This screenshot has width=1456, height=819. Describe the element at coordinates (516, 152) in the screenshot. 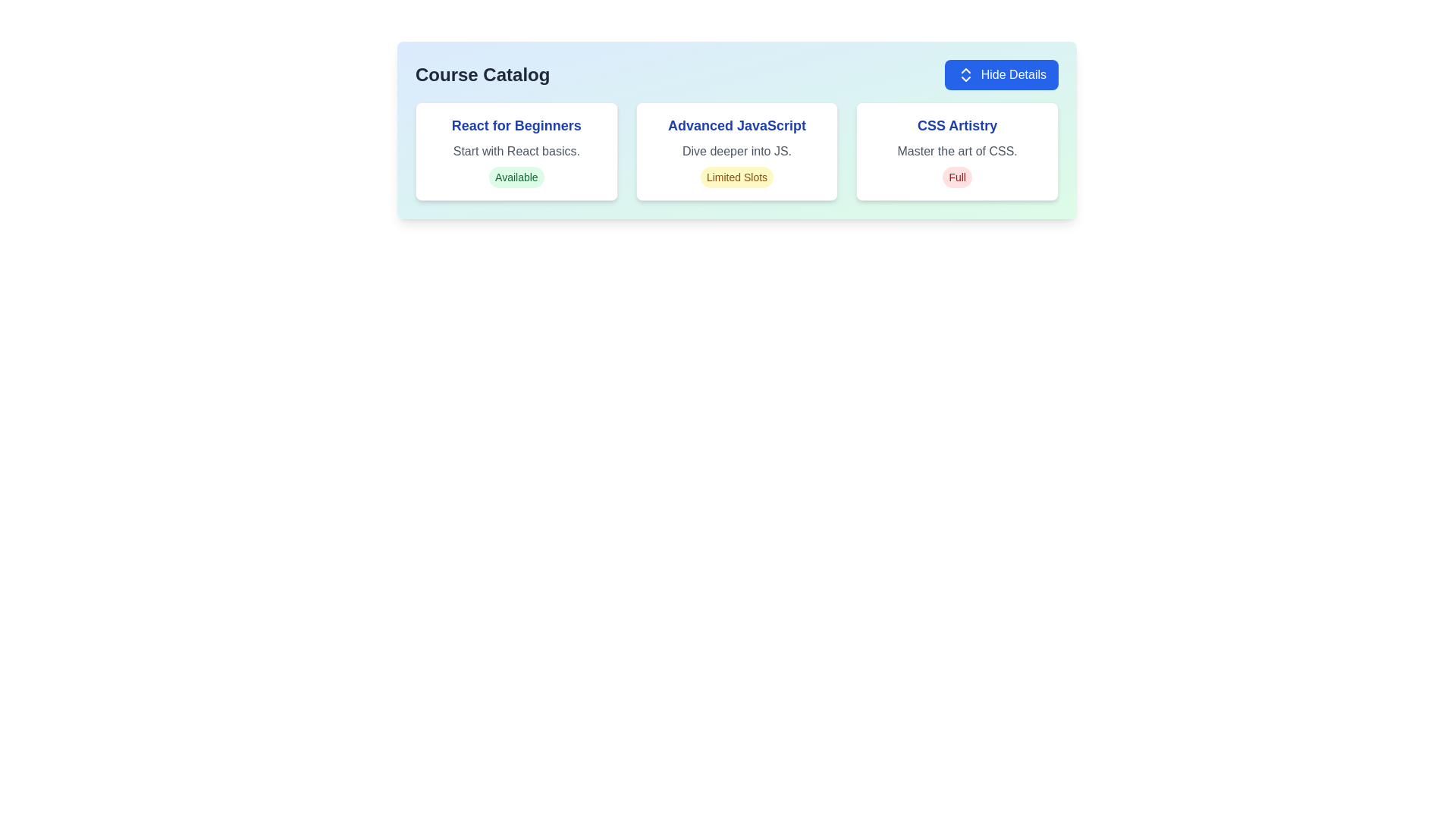

I see `the interactive information panel for 'React for Beginners' to navigate` at that location.